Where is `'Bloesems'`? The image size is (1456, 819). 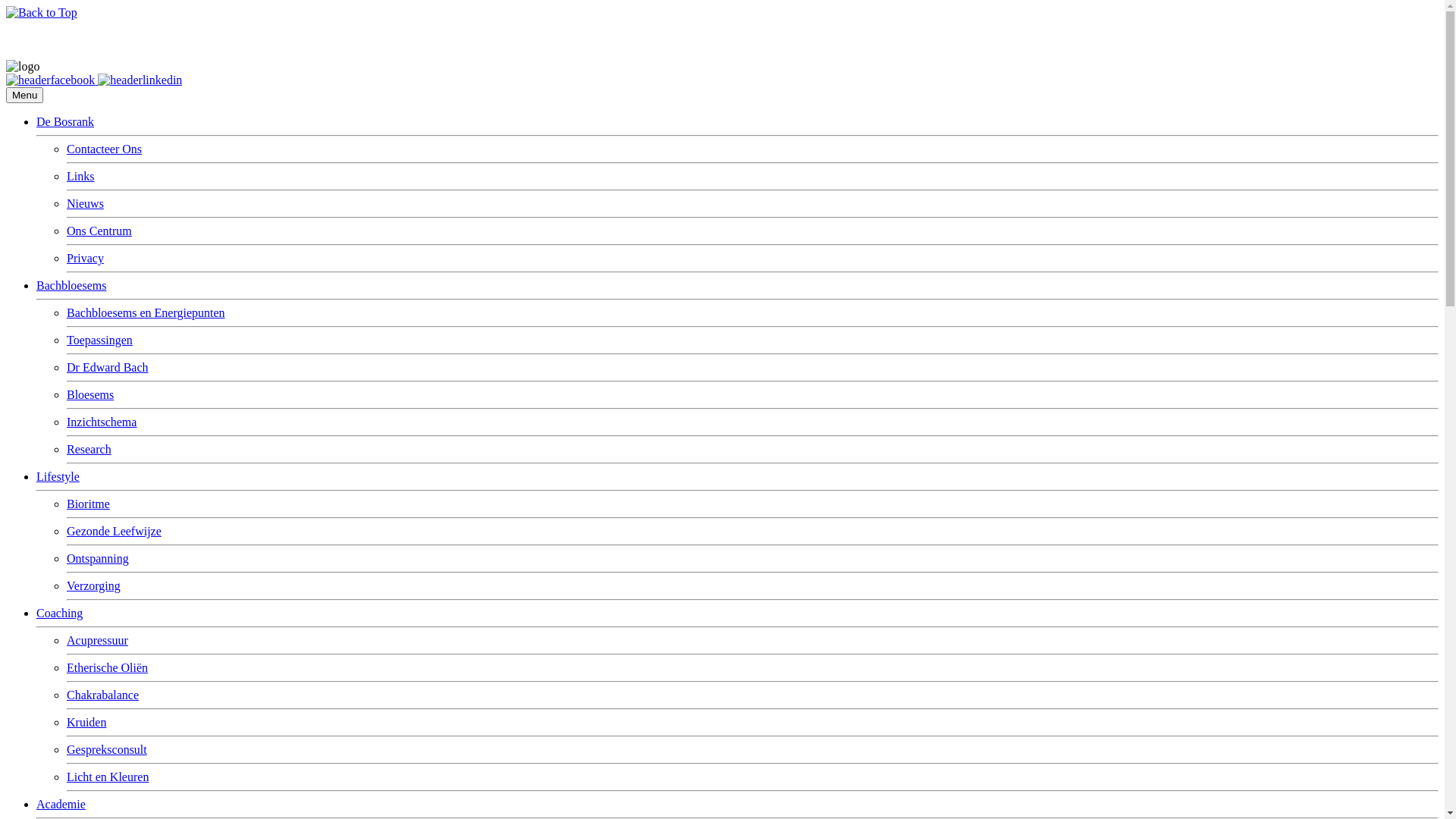
'Bloesems' is located at coordinates (89, 394).